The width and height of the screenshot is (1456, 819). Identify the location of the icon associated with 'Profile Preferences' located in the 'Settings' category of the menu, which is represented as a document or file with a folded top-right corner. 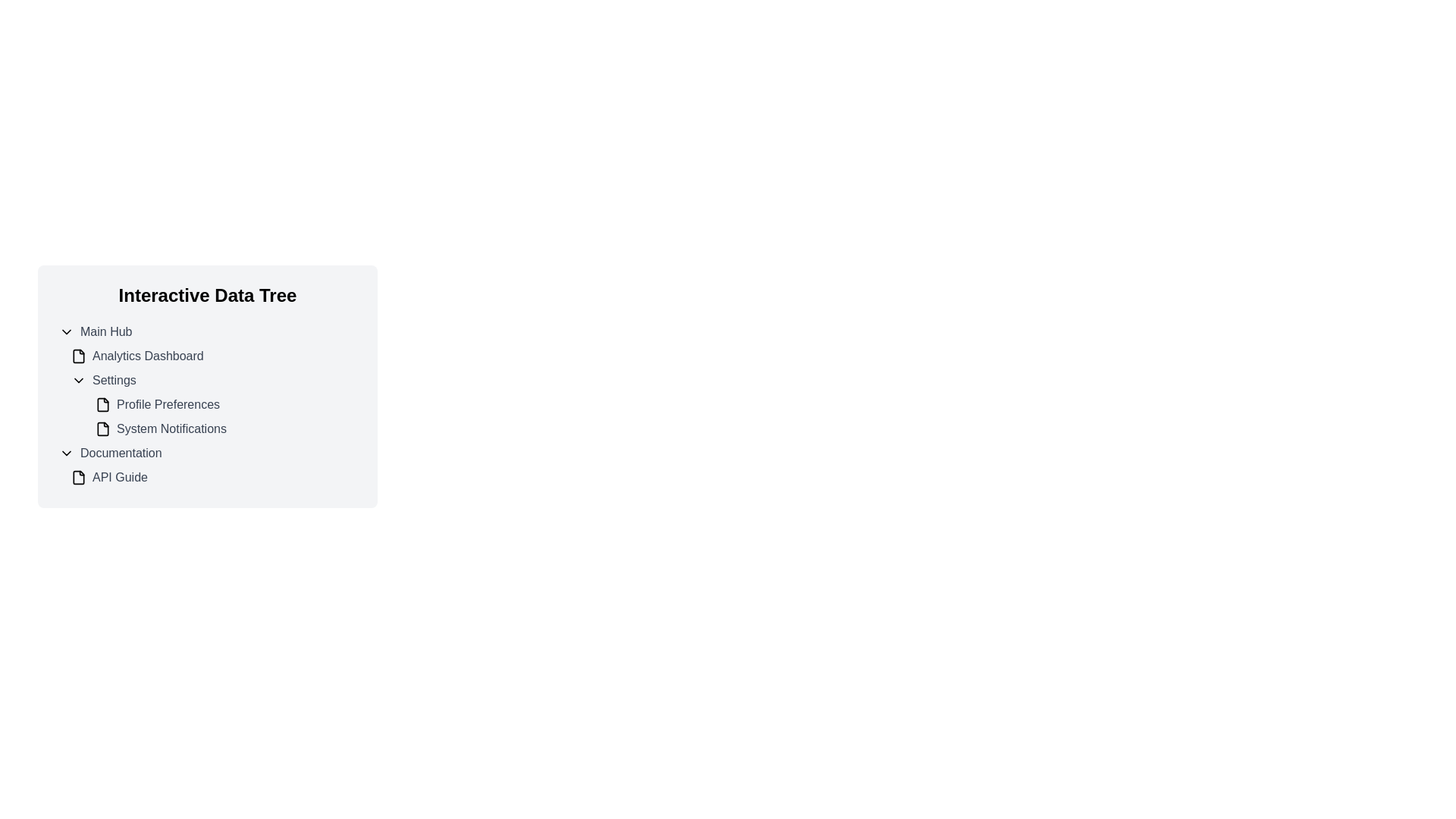
(102, 403).